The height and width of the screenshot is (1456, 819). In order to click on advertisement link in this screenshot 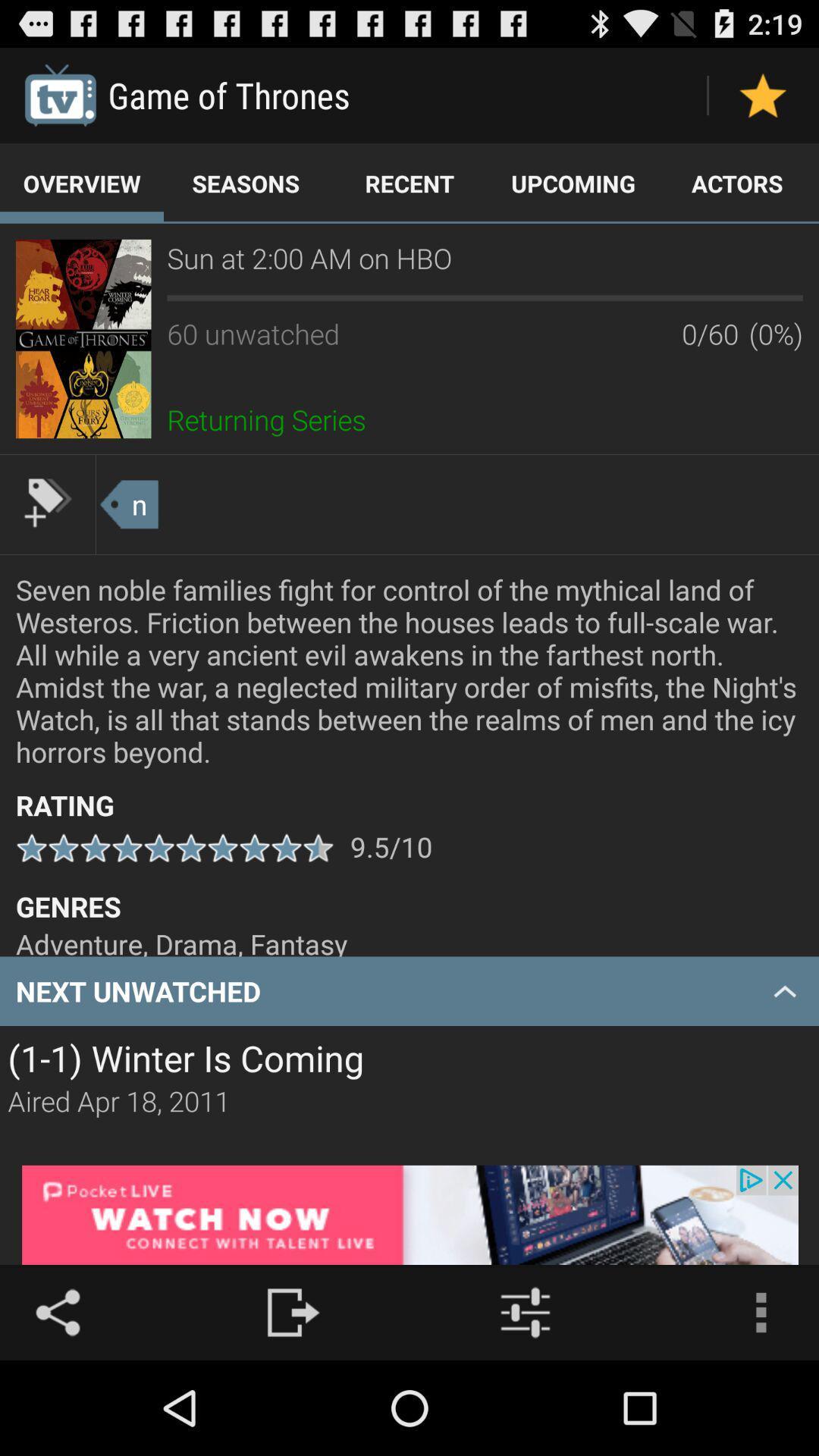, I will do `click(409, 1215)`.